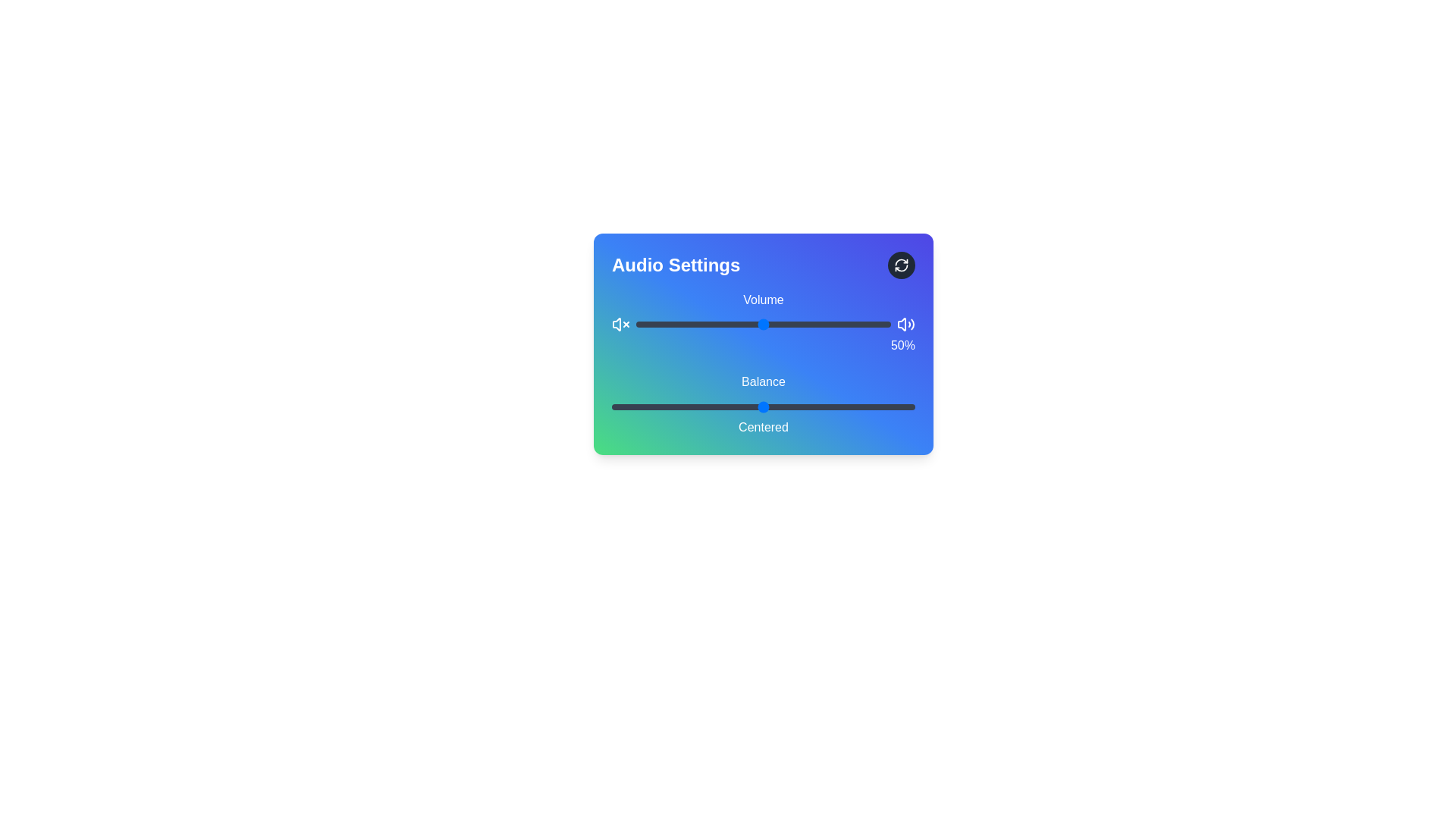  Describe the element at coordinates (651, 406) in the screenshot. I see `the balance` at that location.